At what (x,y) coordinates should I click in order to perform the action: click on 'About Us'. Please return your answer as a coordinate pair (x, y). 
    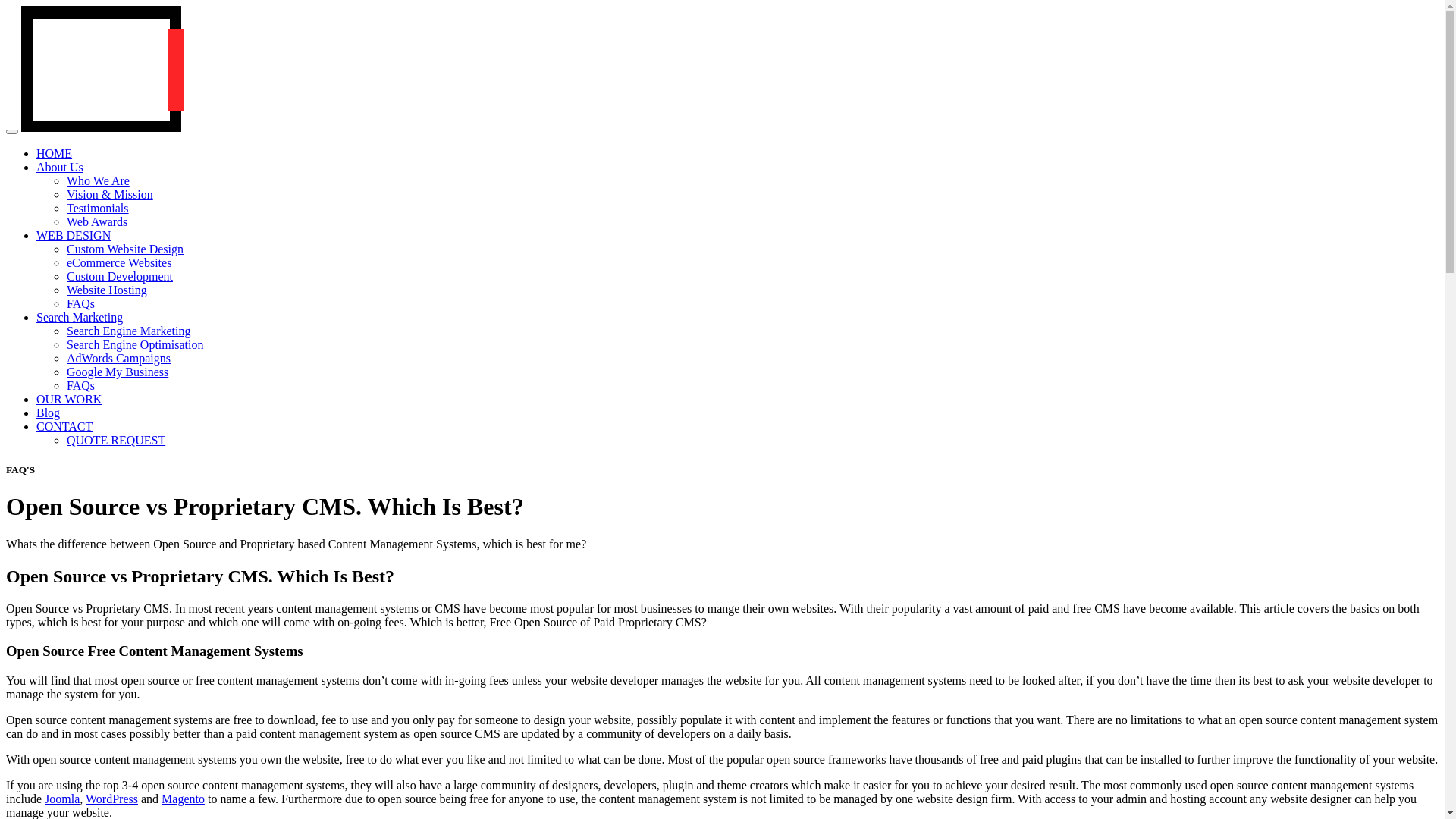
    Looking at the image, I should click on (59, 167).